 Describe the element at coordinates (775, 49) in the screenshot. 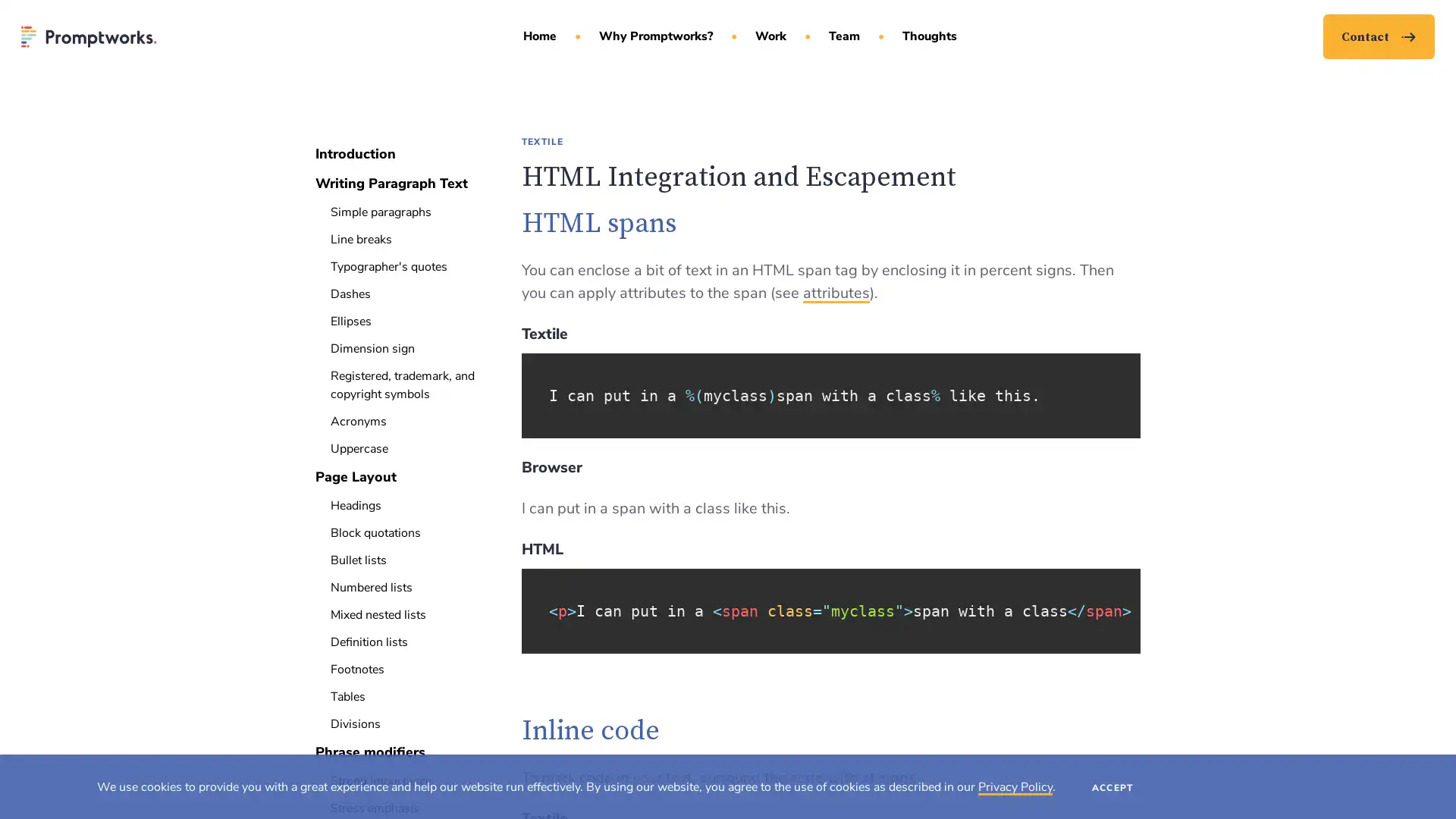

I see `Work` at that location.